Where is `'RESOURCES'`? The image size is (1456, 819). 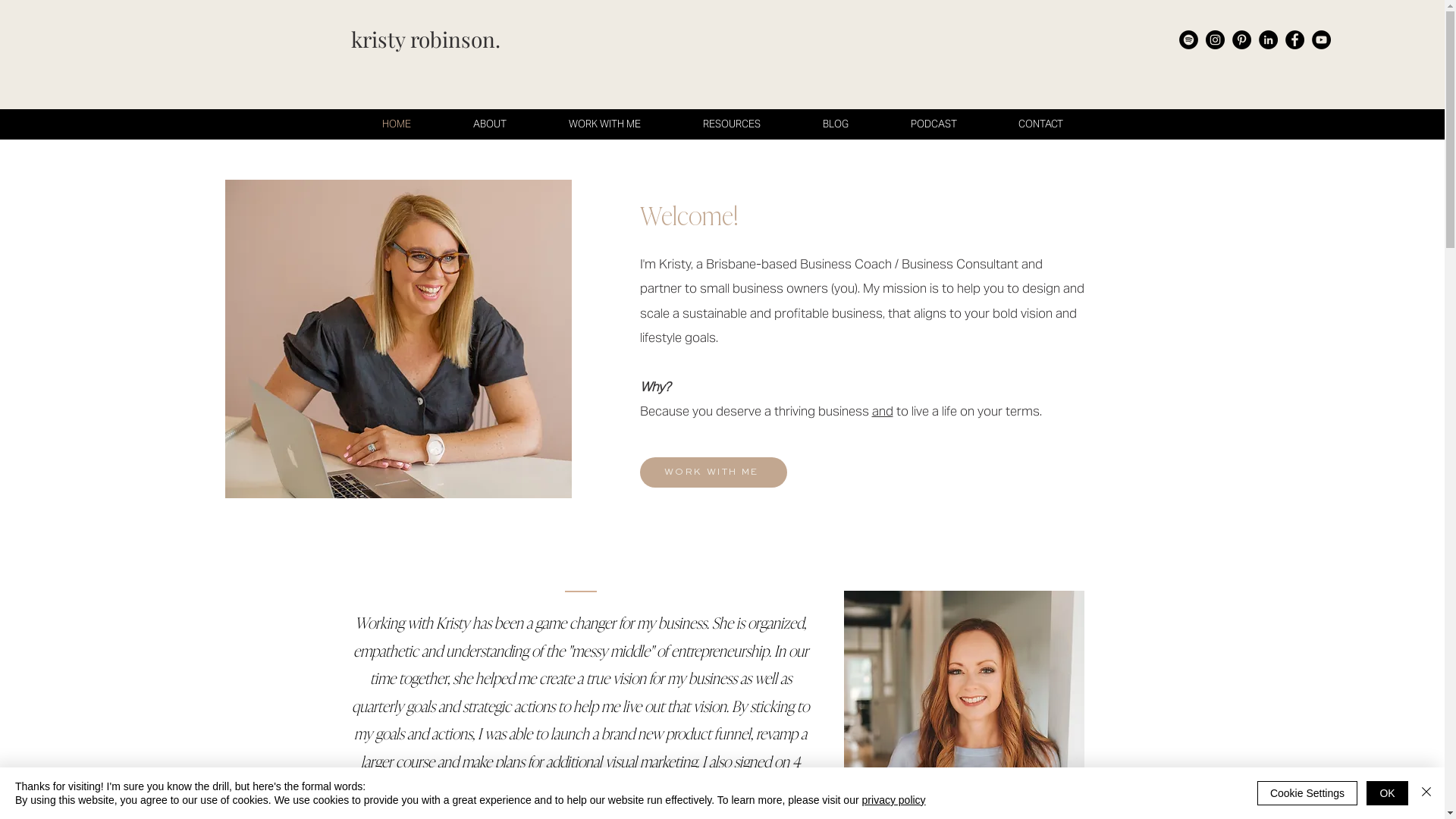 'RESOURCES' is located at coordinates (731, 124).